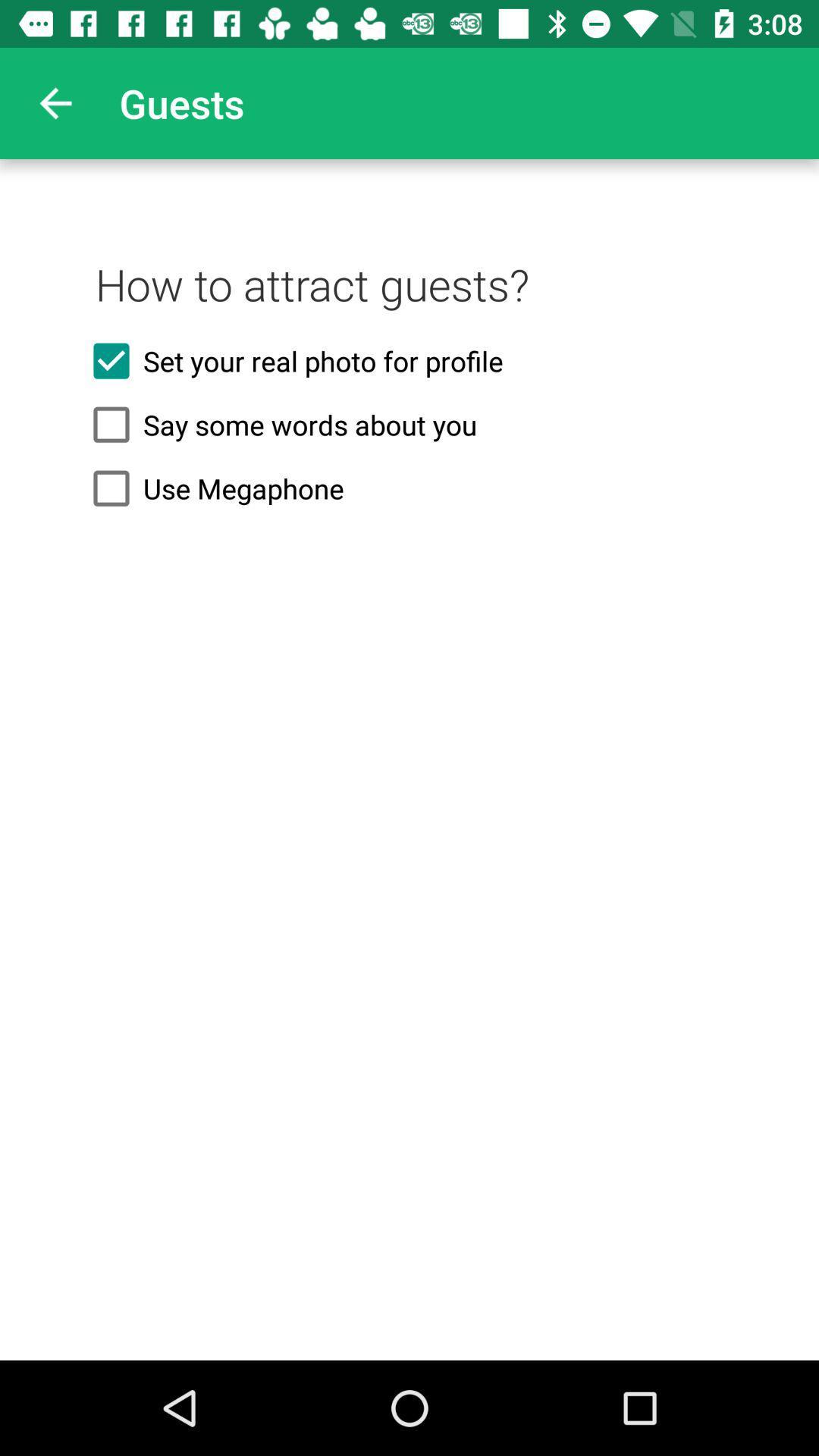 This screenshot has width=819, height=1456. Describe the element at coordinates (409, 360) in the screenshot. I see `item below how to attract item` at that location.